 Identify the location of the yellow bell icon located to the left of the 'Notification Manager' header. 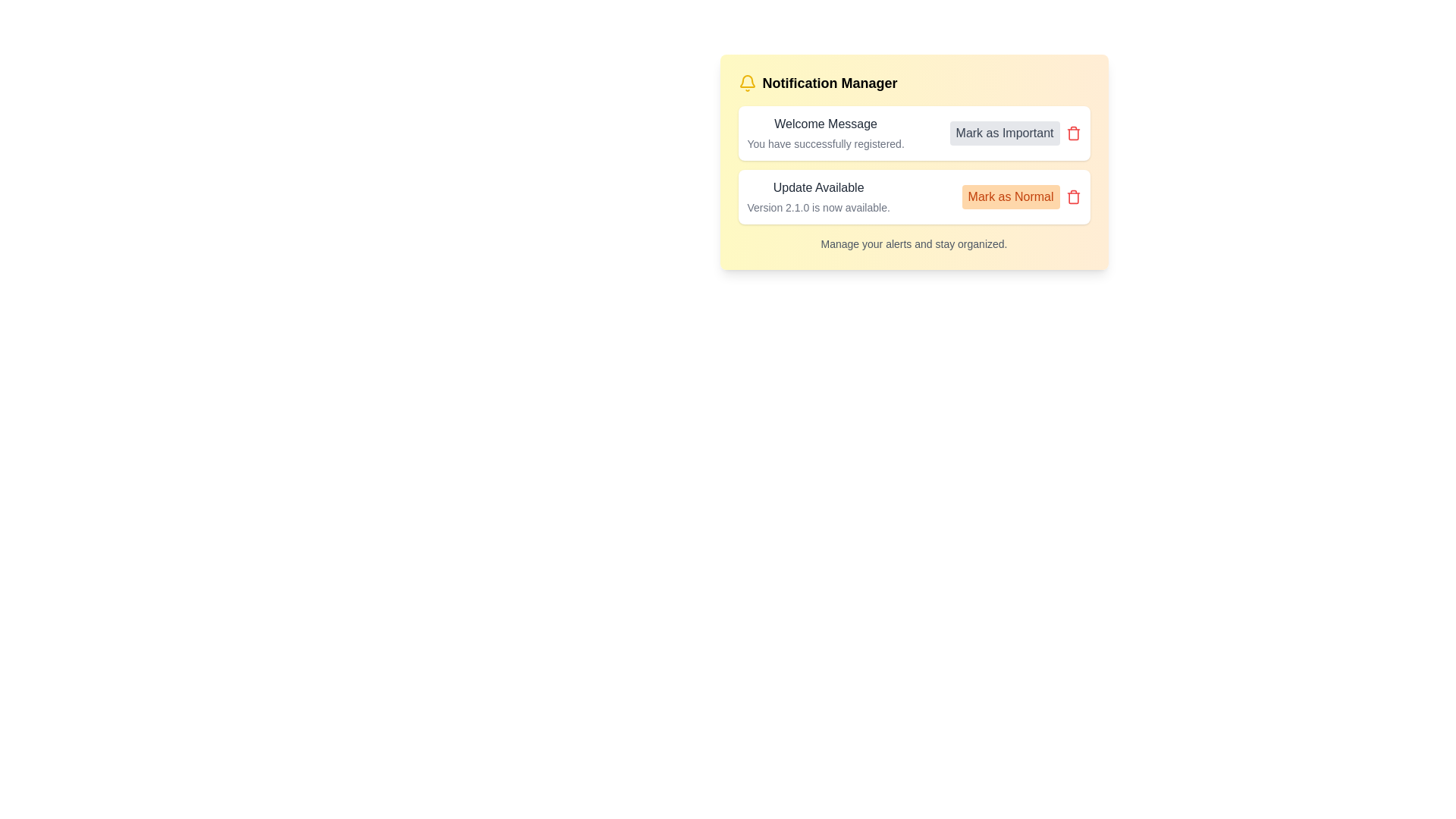
(747, 83).